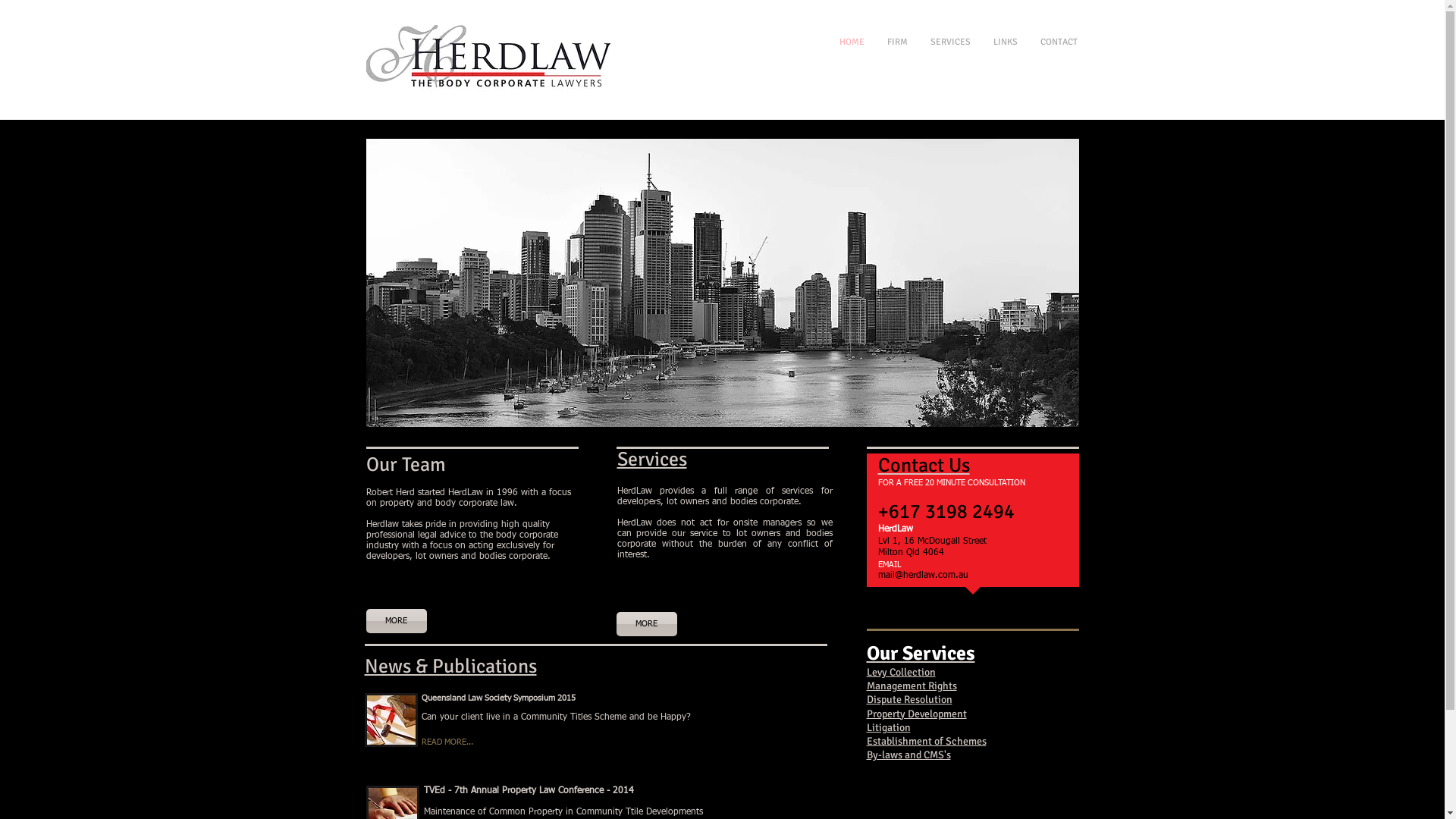 The image size is (1456, 819). What do you see at coordinates (901, 42) in the screenshot?
I see `'HOME'` at bounding box center [901, 42].